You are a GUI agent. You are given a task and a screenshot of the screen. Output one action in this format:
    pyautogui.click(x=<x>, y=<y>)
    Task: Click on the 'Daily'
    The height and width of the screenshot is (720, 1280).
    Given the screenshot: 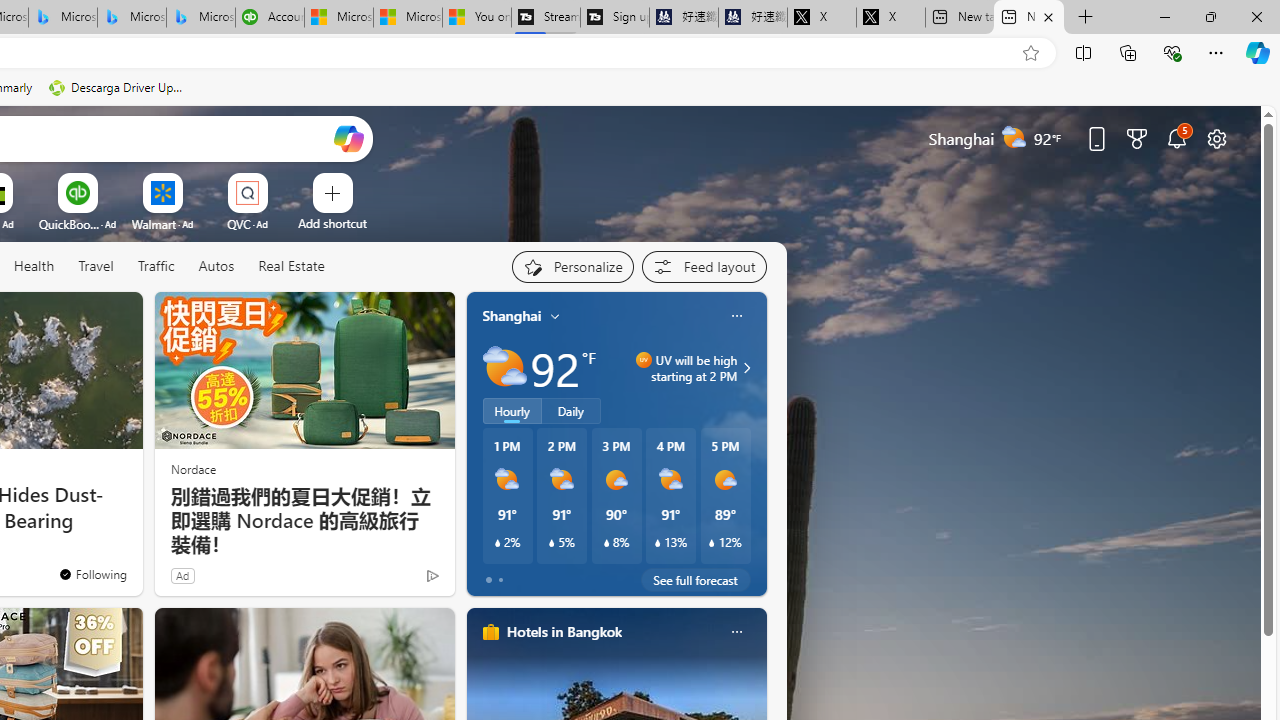 What is the action you would take?
    pyautogui.click(x=570, y=410)
    